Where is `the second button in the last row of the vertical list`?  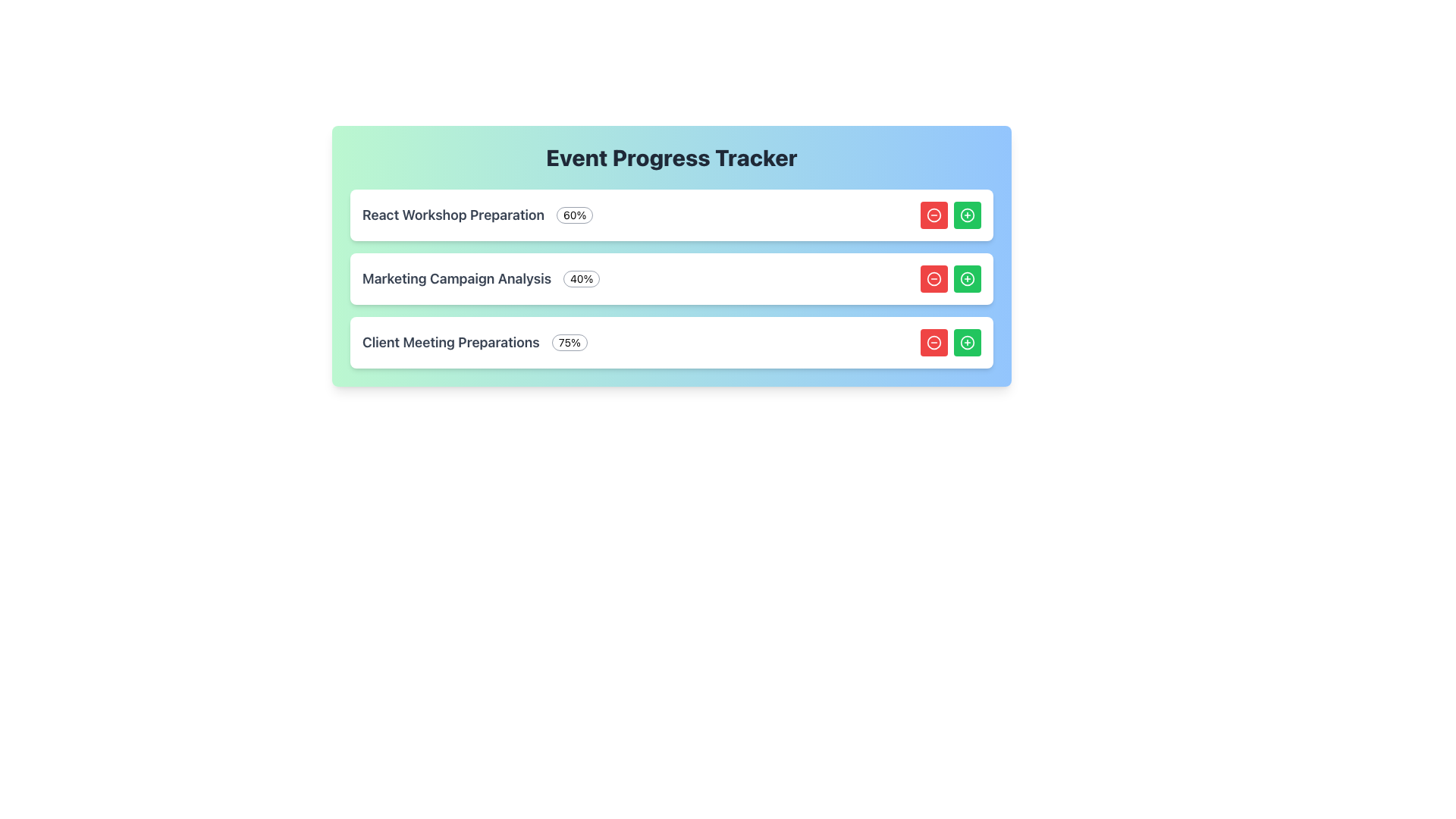
the second button in the last row of the vertical list is located at coordinates (967, 342).